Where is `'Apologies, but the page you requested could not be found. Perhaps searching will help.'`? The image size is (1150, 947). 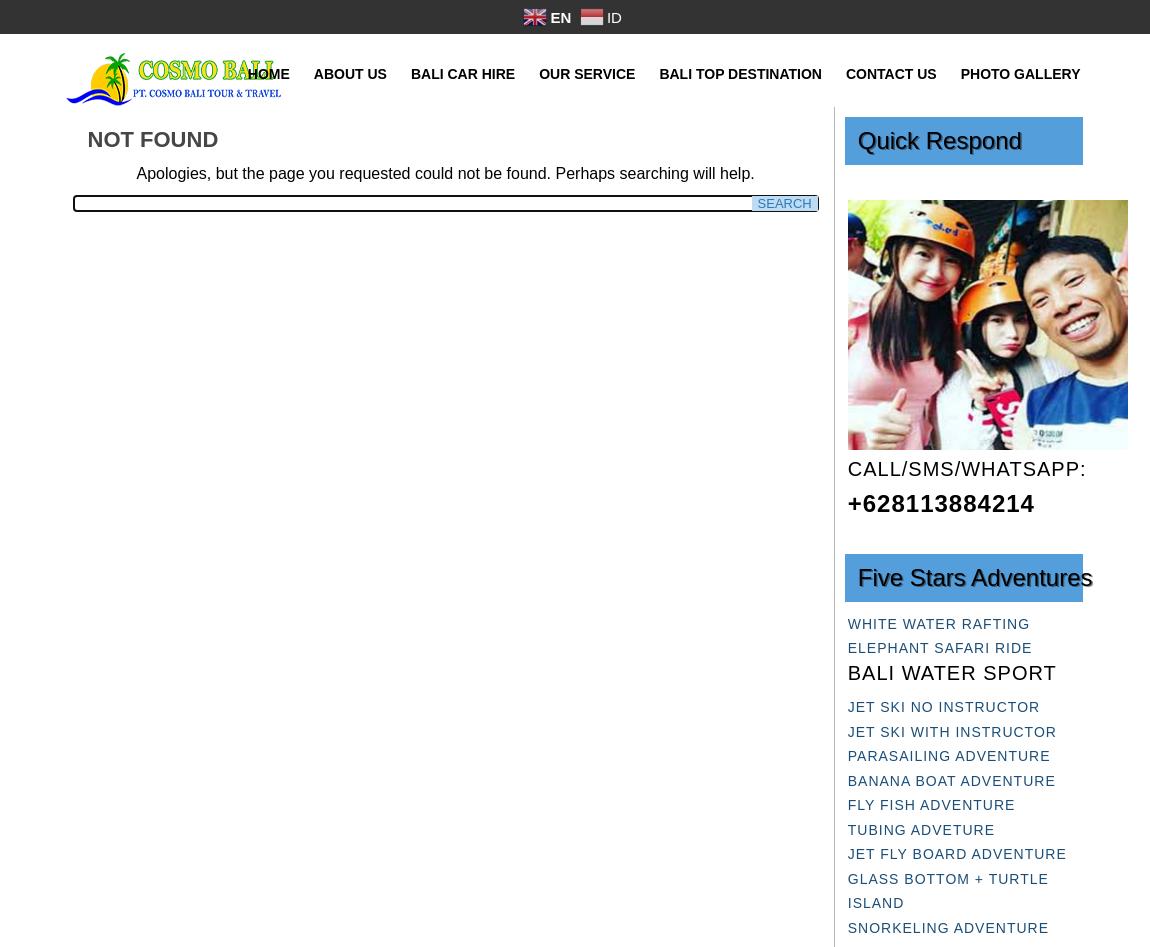 'Apologies, but the page you requested could not be found. Perhaps searching will help.' is located at coordinates (445, 172).